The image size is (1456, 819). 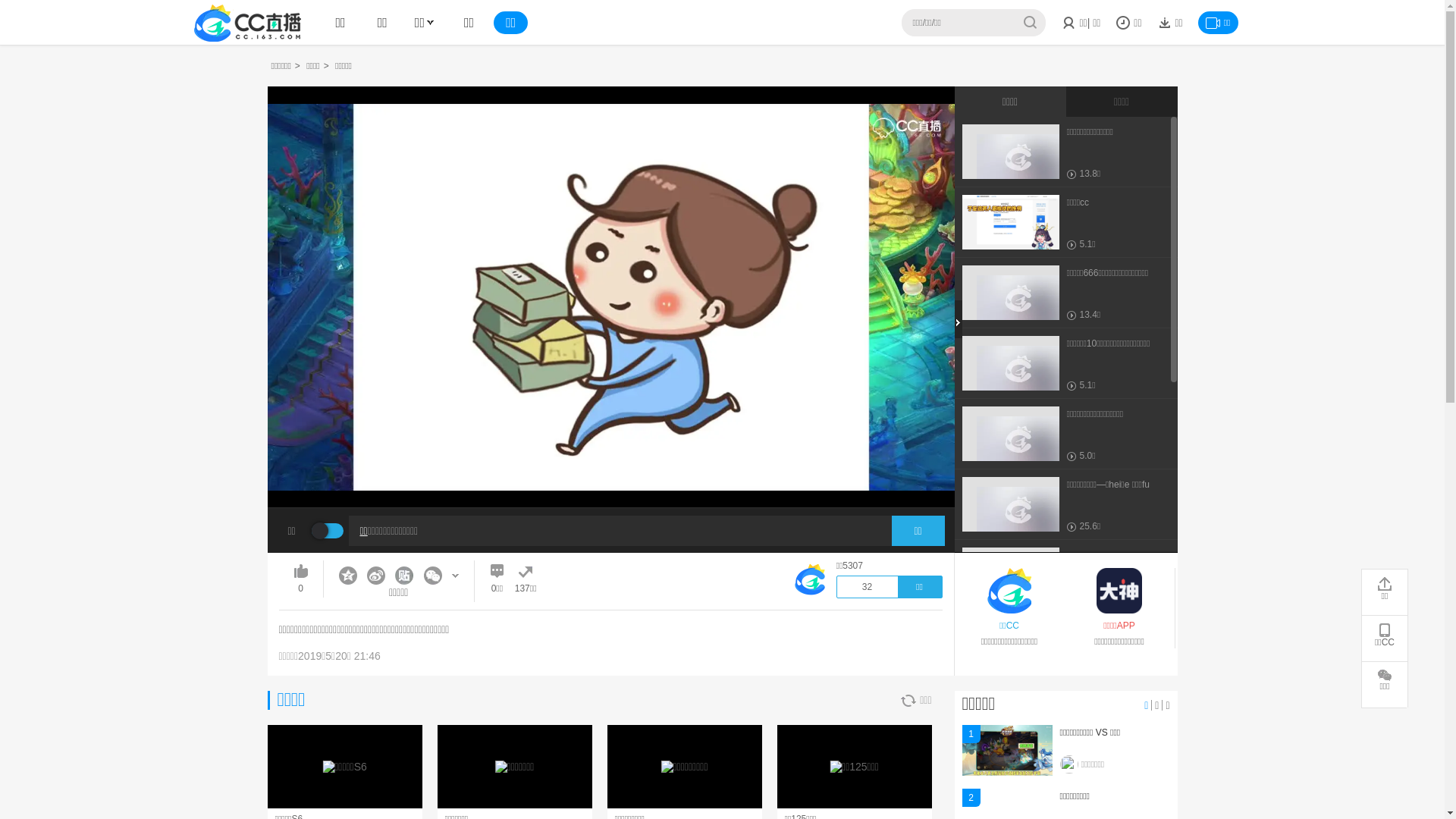 What do you see at coordinates (294, 579) in the screenshot?
I see `'0'` at bounding box center [294, 579].